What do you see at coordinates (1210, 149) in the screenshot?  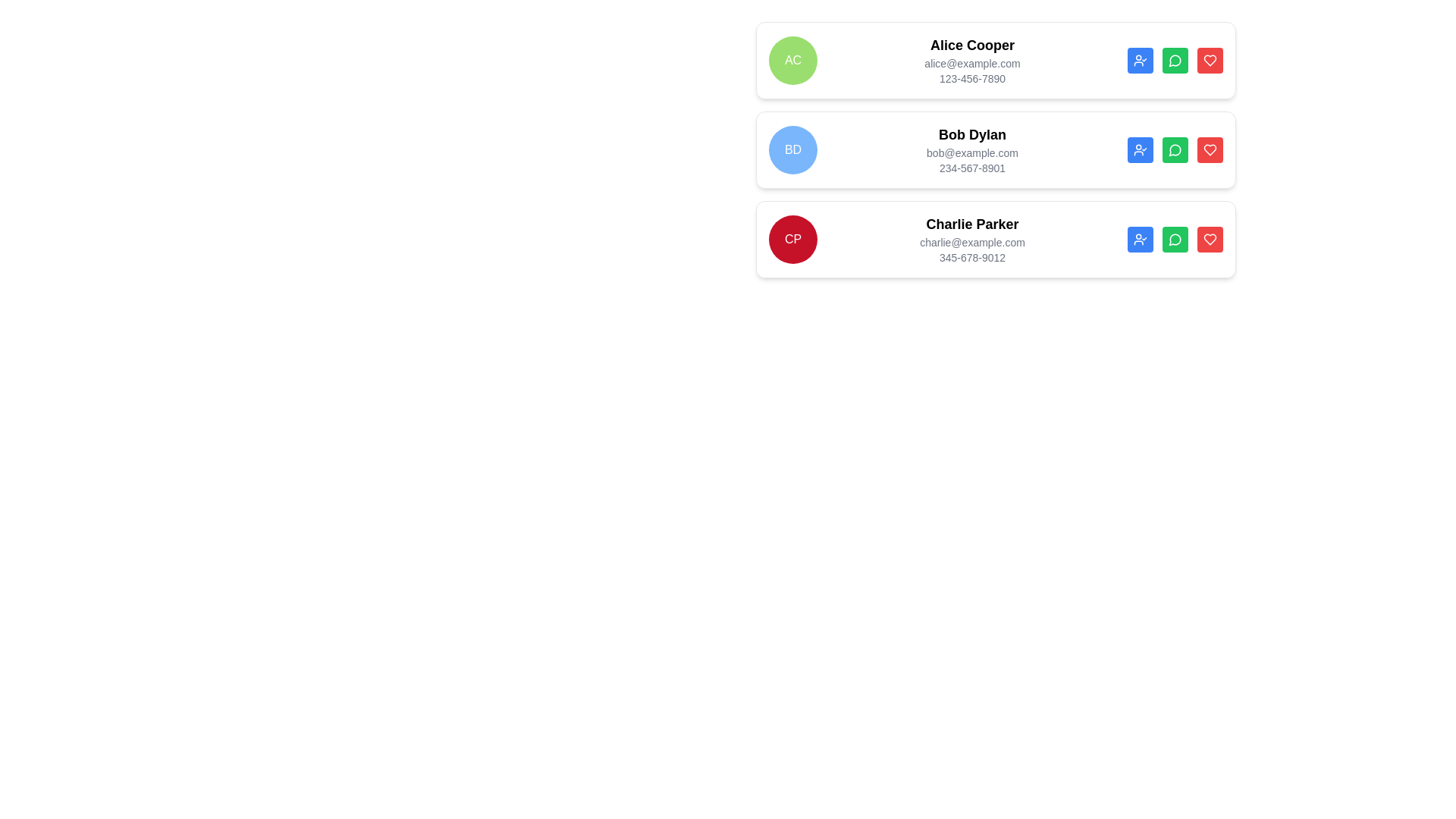 I see `the heart-shaped icon button used for 'like' or 'favorite' on Charlie Parker's user card, located at the far right end of the card` at bounding box center [1210, 149].